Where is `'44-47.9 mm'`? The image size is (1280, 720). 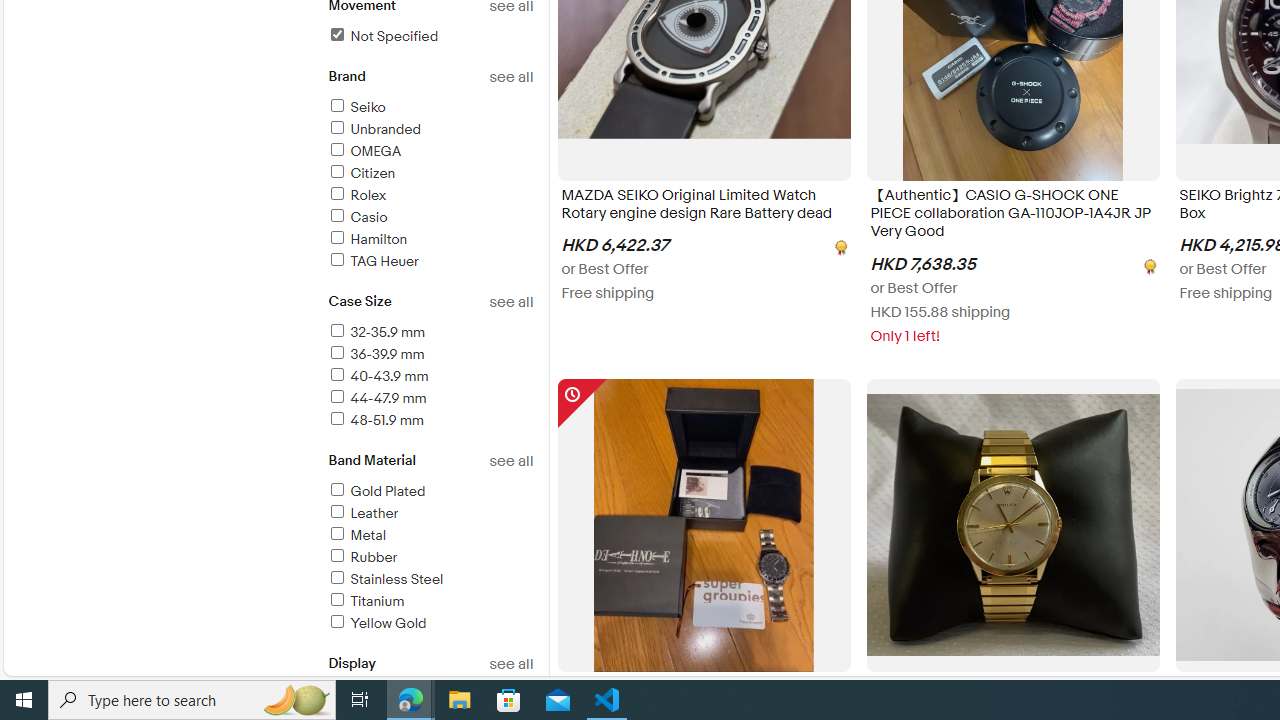
'44-47.9 mm' is located at coordinates (429, 399).